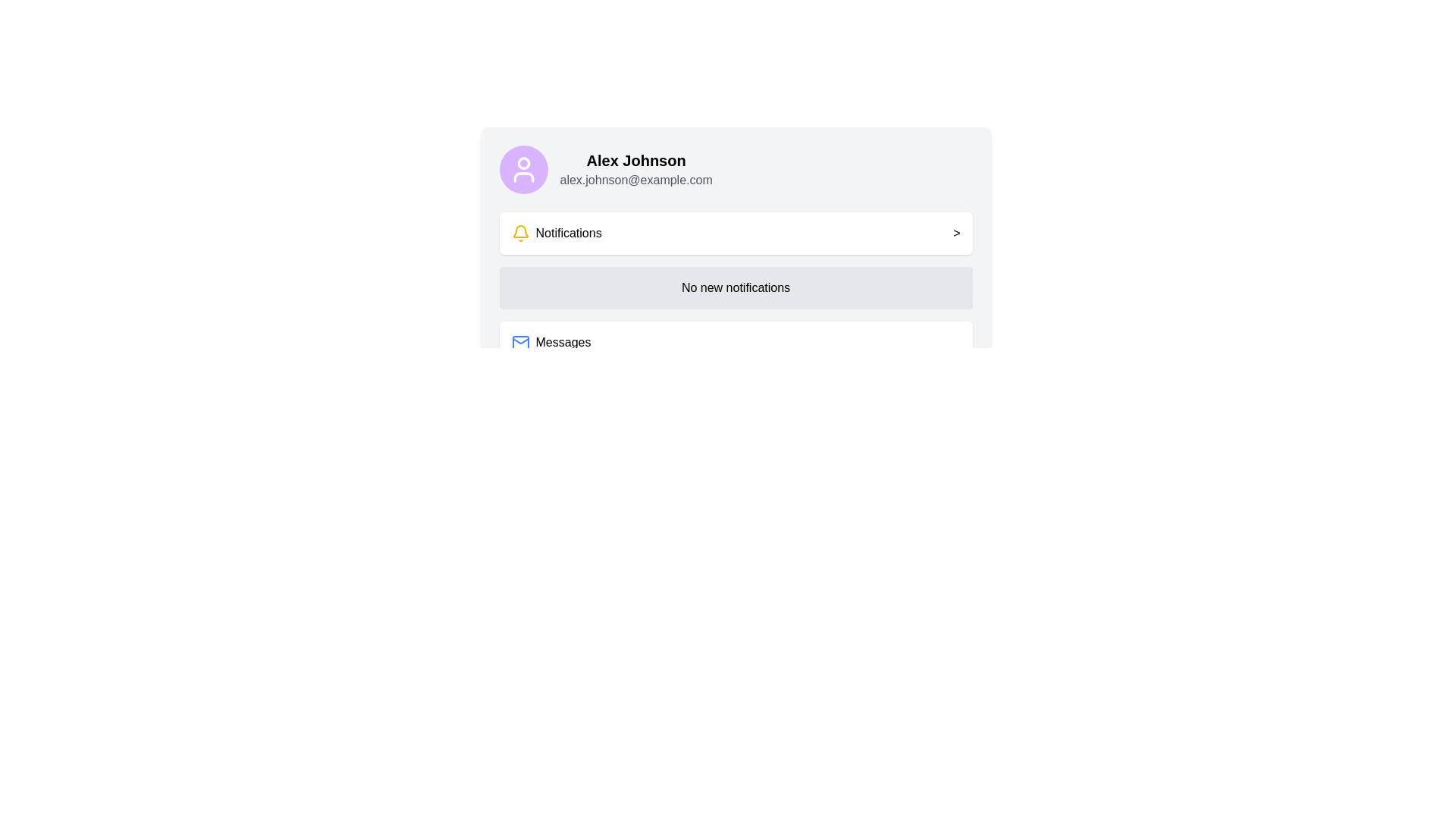  Describe the element at coordinates (736, 281) in the screenshot. I see `the label with the text 'No new notifications', which is styled as a button with rounded corners and has a light gray background` at that location.